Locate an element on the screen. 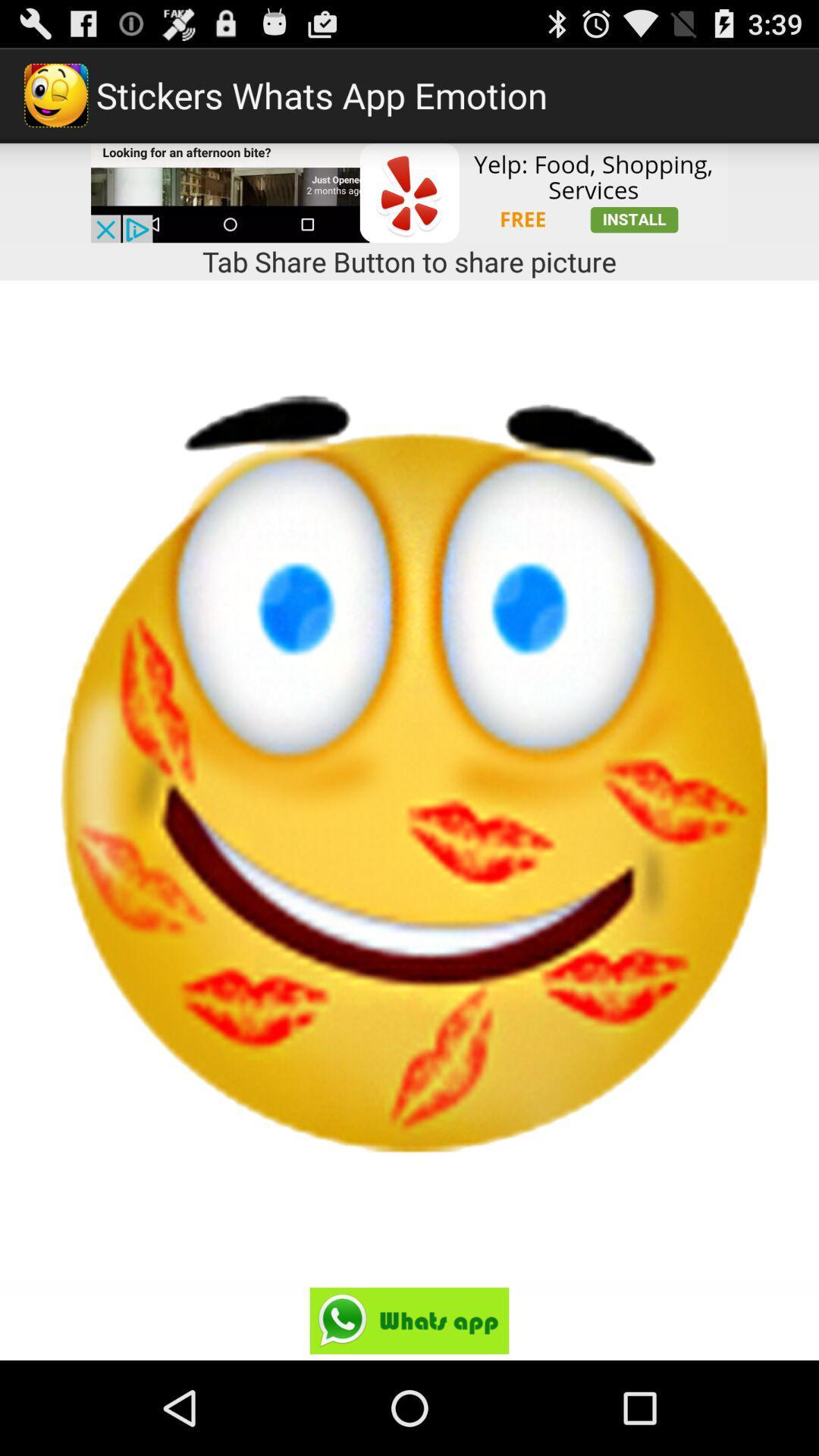 The width and height of the screenshot is (819, 1456). advertisement link is located at coordinates (409, 192).